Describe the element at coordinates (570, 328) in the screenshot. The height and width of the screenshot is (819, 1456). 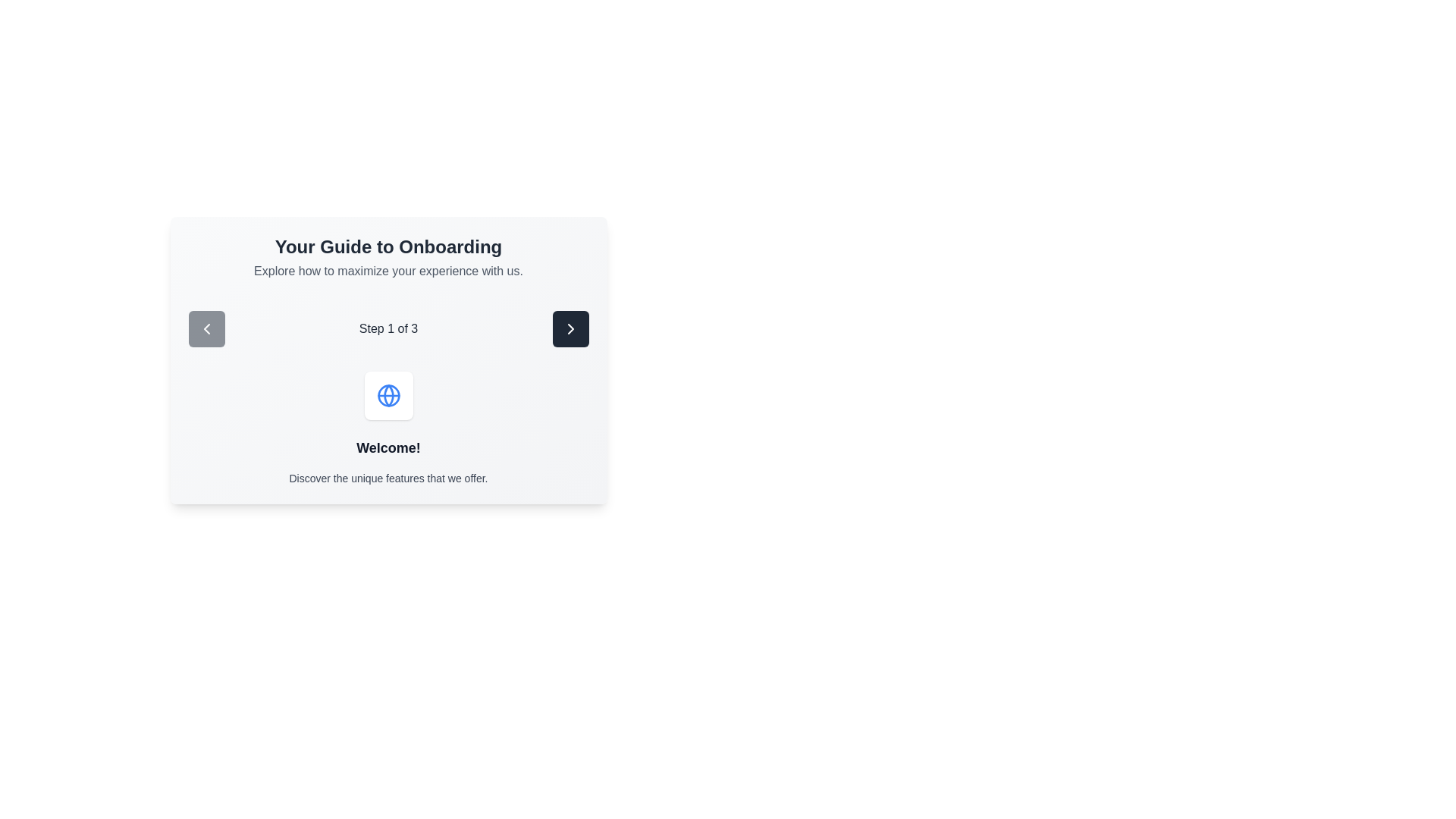
I see `the circular button containing the right-chevron SVG icon for a visual response` at that location.